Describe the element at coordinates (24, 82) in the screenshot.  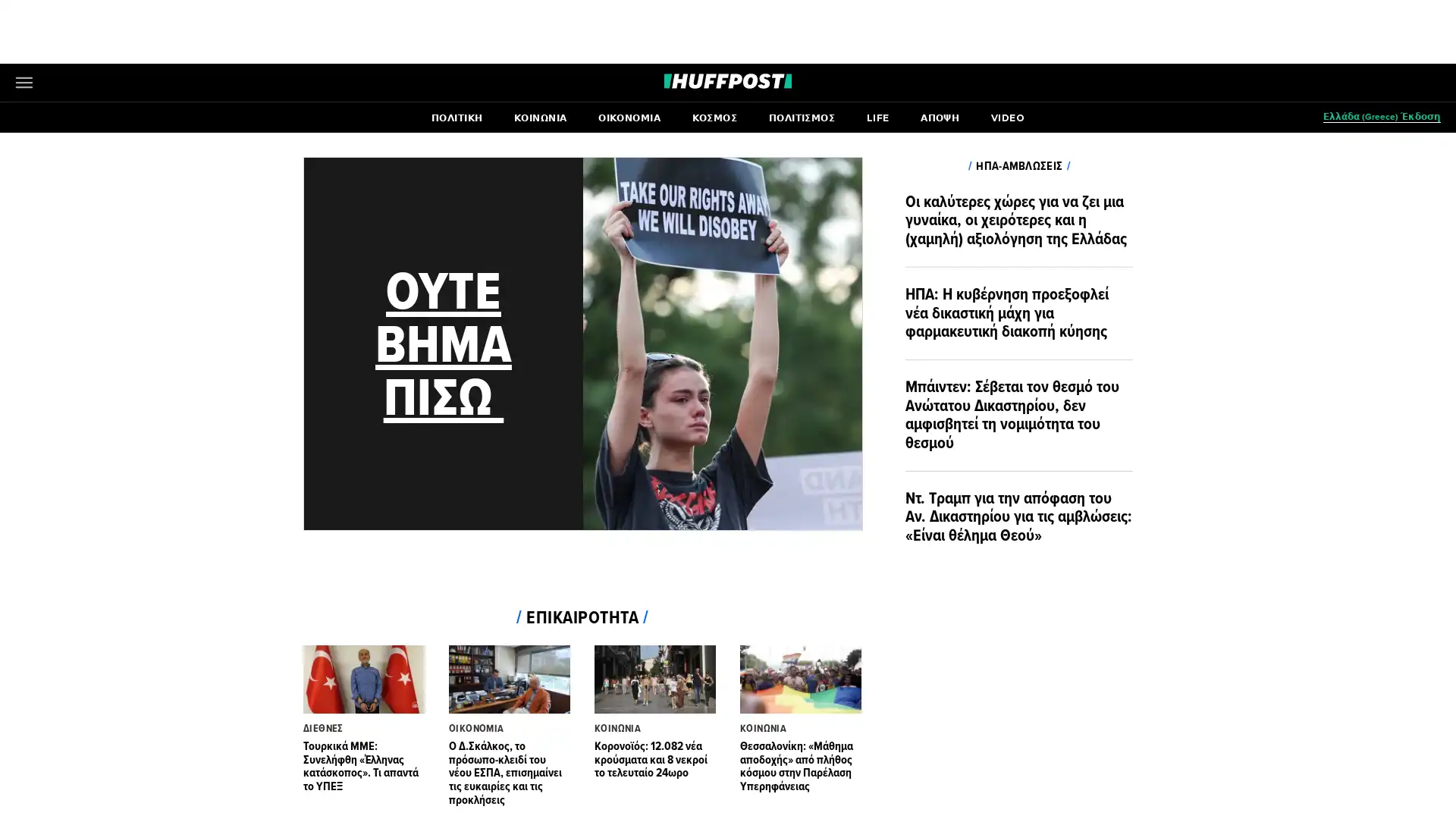
I see `Open main menu` at that location.